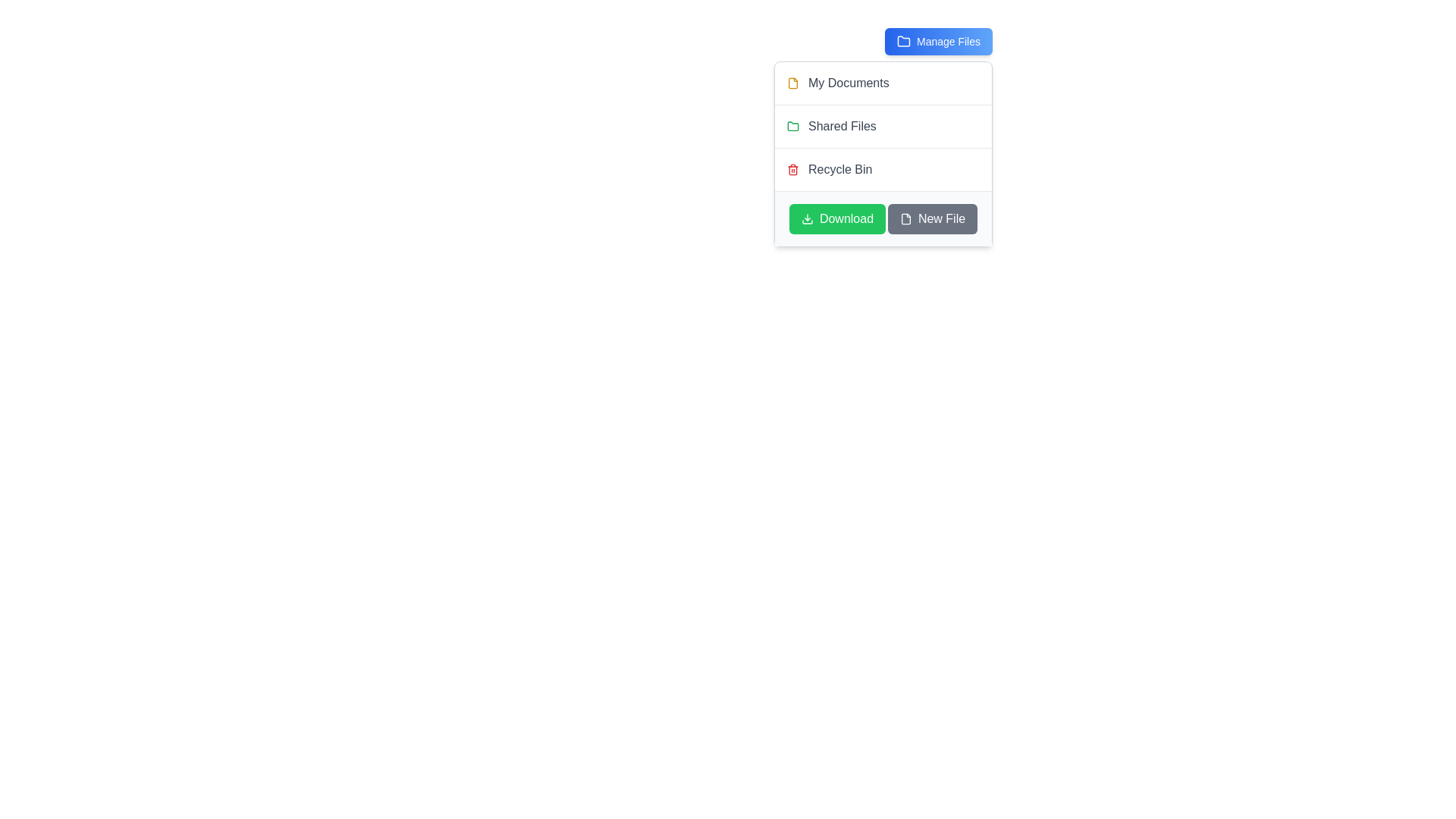 Image resolution: width=1456 pixels, height=819 pixels. I want to click on the 'Shared Files' text label, which is displayed in gray font and is located in the second row of the list under the header 'Shared Files', horizontally aligned with a green folder icon, so click(841, 125).